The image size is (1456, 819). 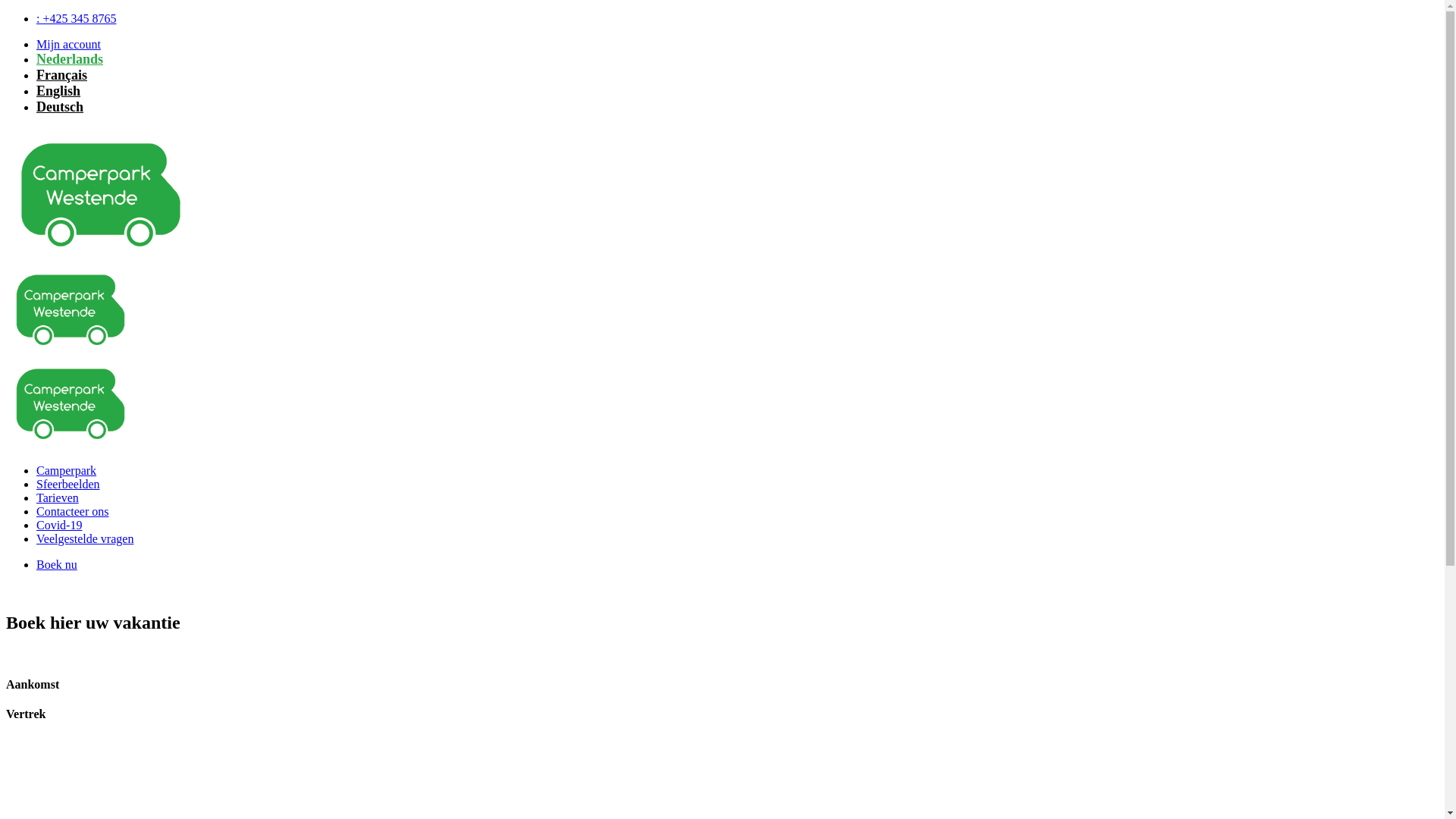 I want to click on 'Boek nu', so click(x=36, y=564).